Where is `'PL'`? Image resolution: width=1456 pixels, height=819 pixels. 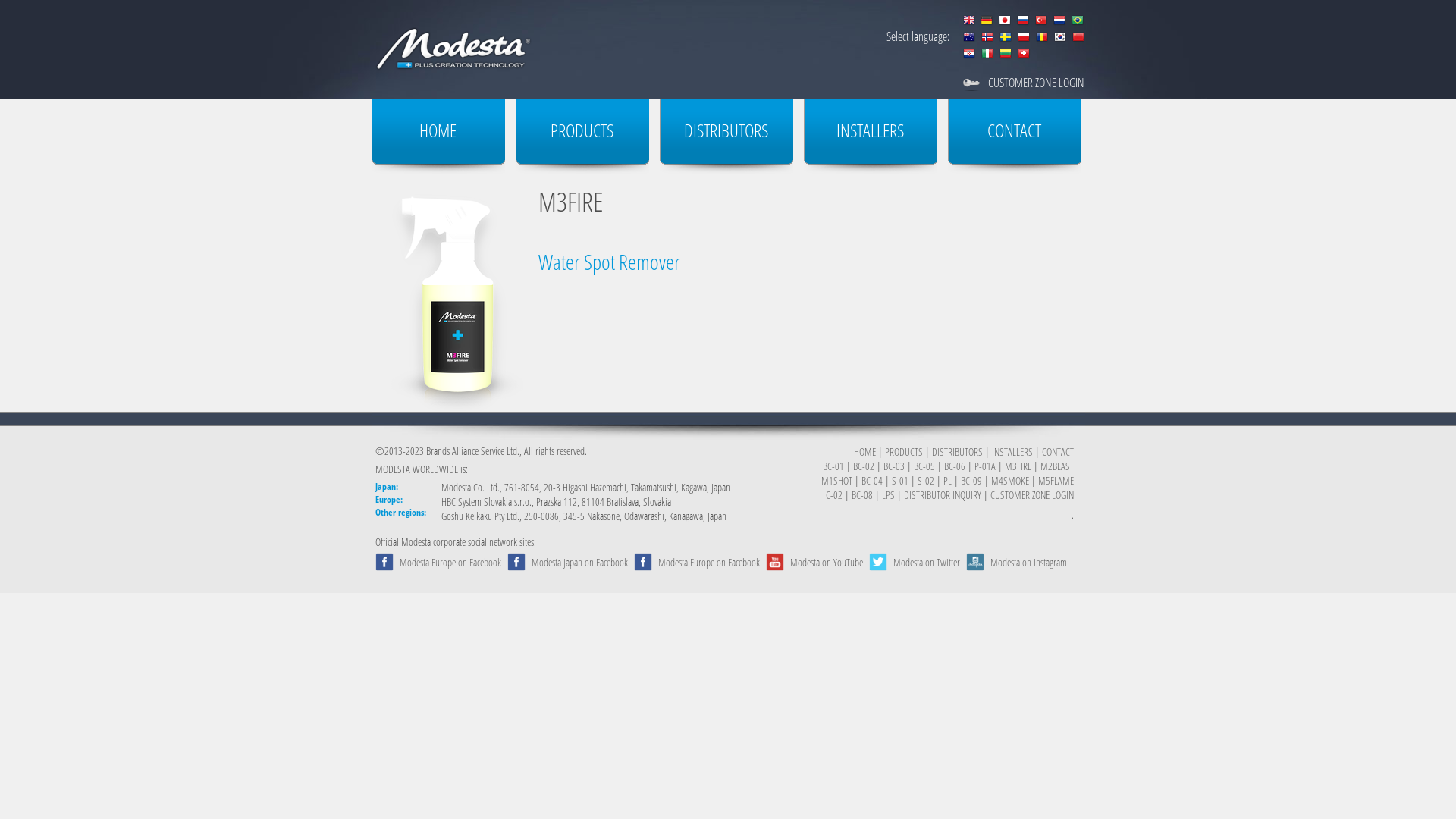
'PL' is located at coordinates (946, 480).